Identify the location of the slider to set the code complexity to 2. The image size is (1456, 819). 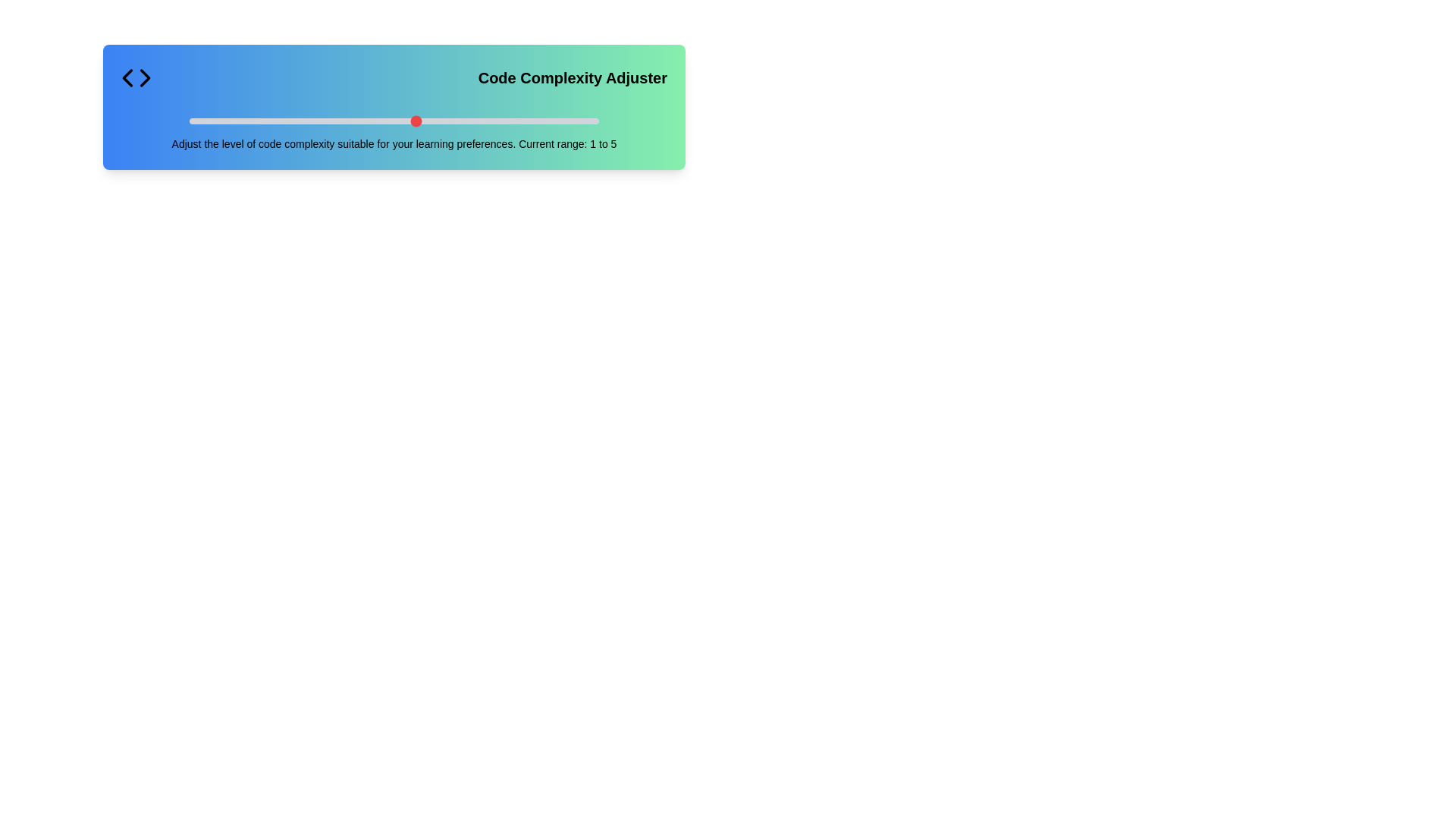
(234, 120).